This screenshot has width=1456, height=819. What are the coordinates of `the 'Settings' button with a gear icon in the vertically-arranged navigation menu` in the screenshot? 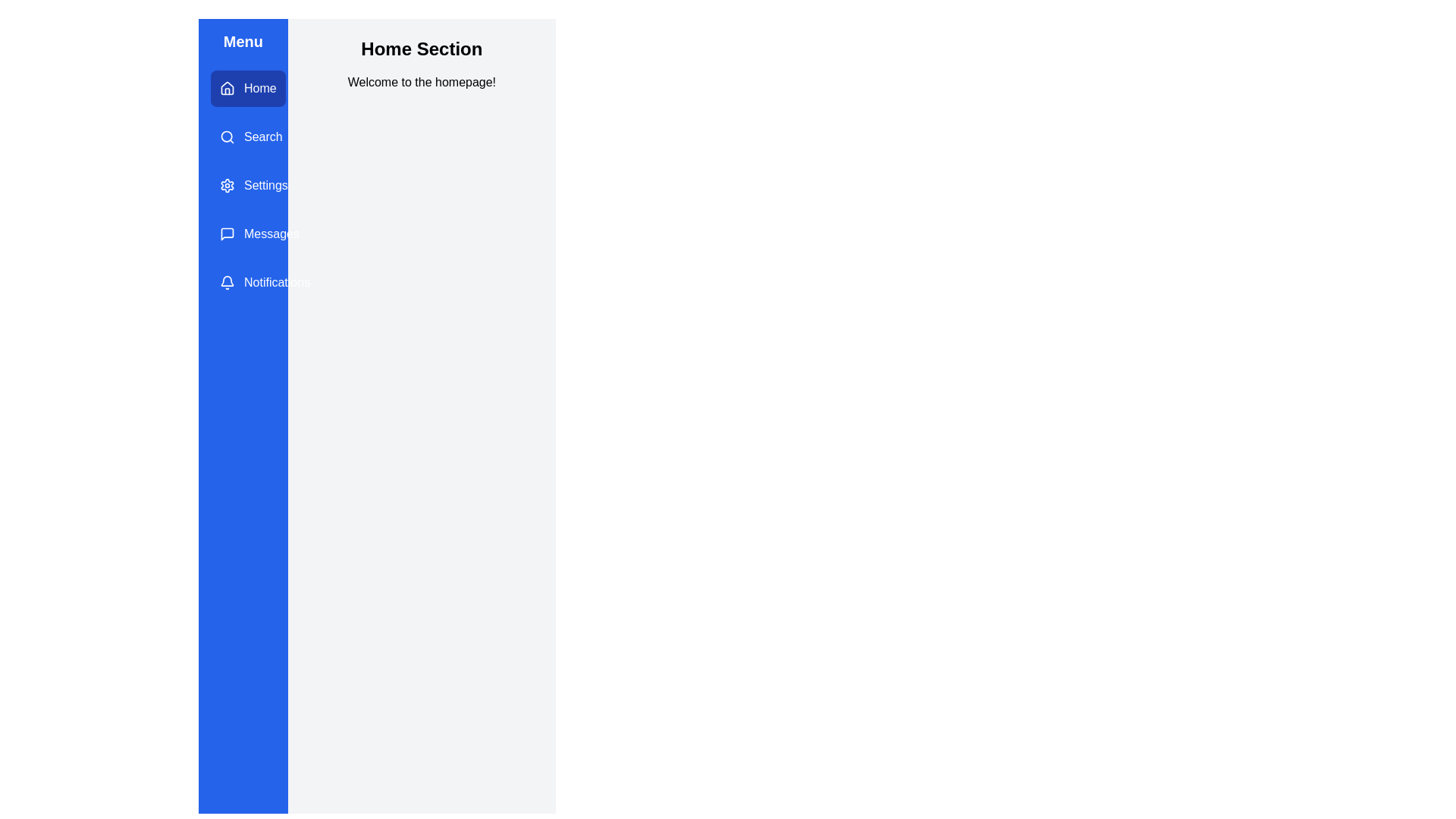 It's located at (243, 185).